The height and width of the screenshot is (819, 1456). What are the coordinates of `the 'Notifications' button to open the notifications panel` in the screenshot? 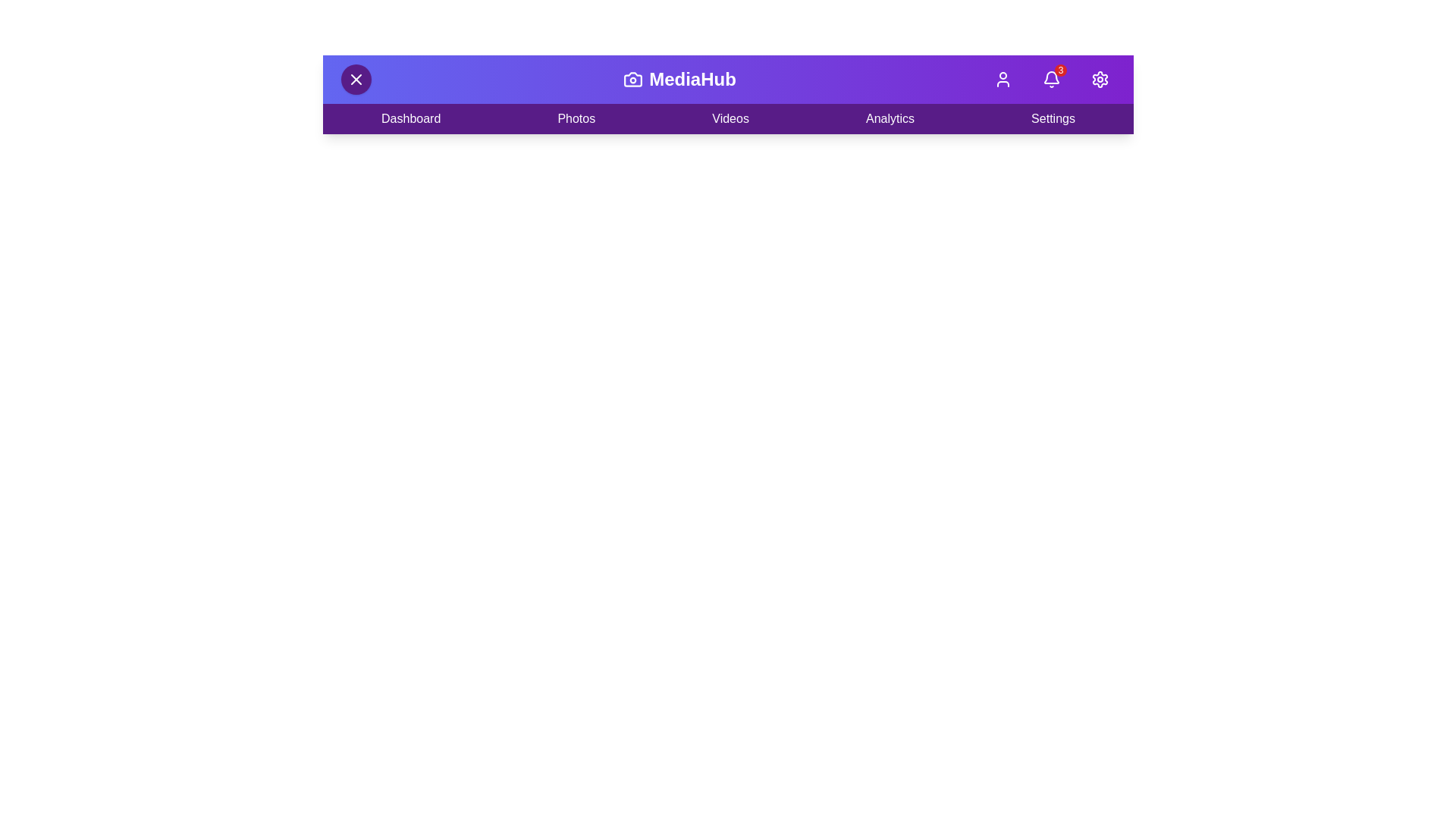 It's located at (1051, 79).